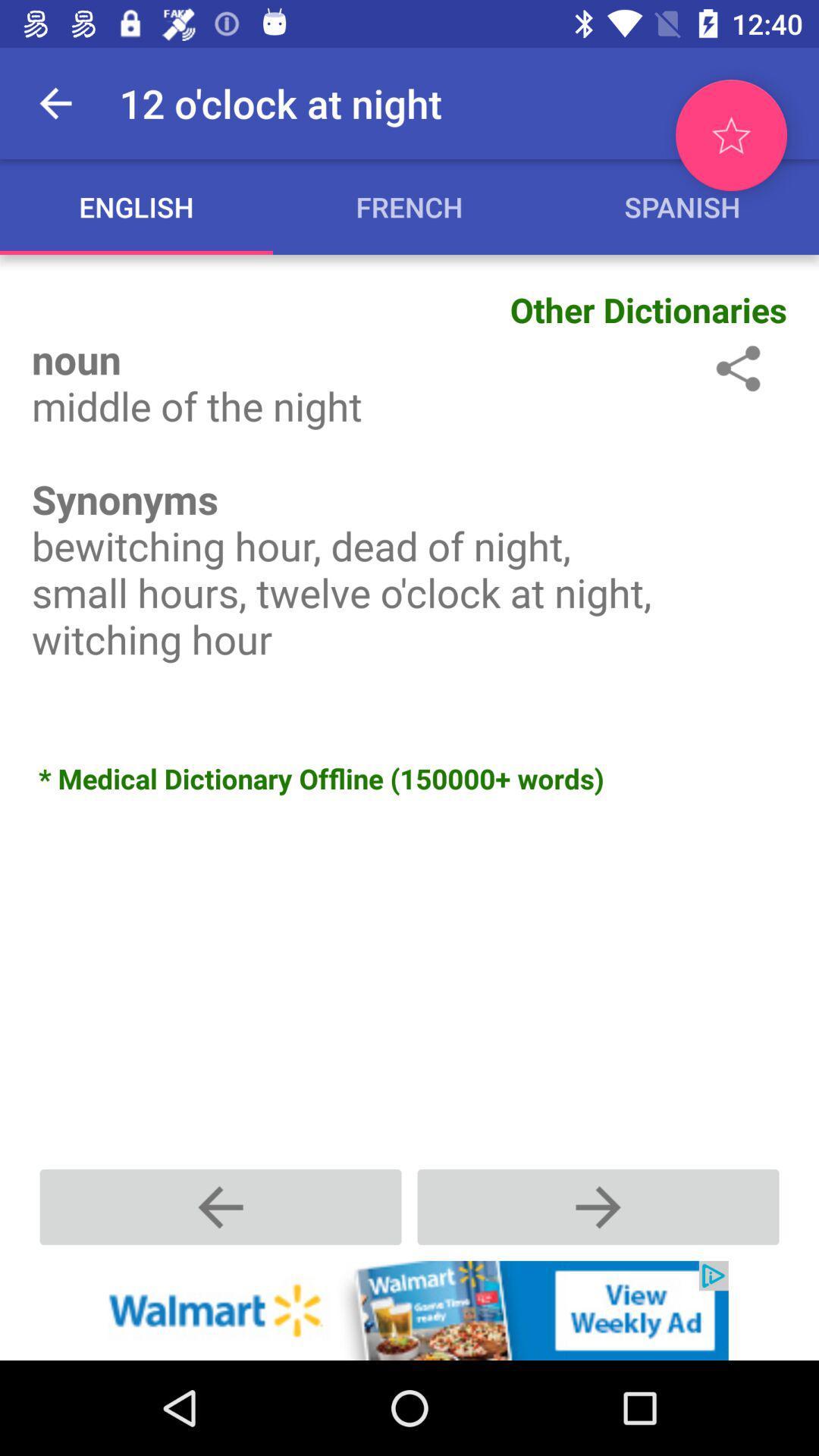 This screenshot has width=819, height=1456. What do you see at coordinates (730, 135) in the screenshot?
I see `the star icon` at bounding box center [730, 135].